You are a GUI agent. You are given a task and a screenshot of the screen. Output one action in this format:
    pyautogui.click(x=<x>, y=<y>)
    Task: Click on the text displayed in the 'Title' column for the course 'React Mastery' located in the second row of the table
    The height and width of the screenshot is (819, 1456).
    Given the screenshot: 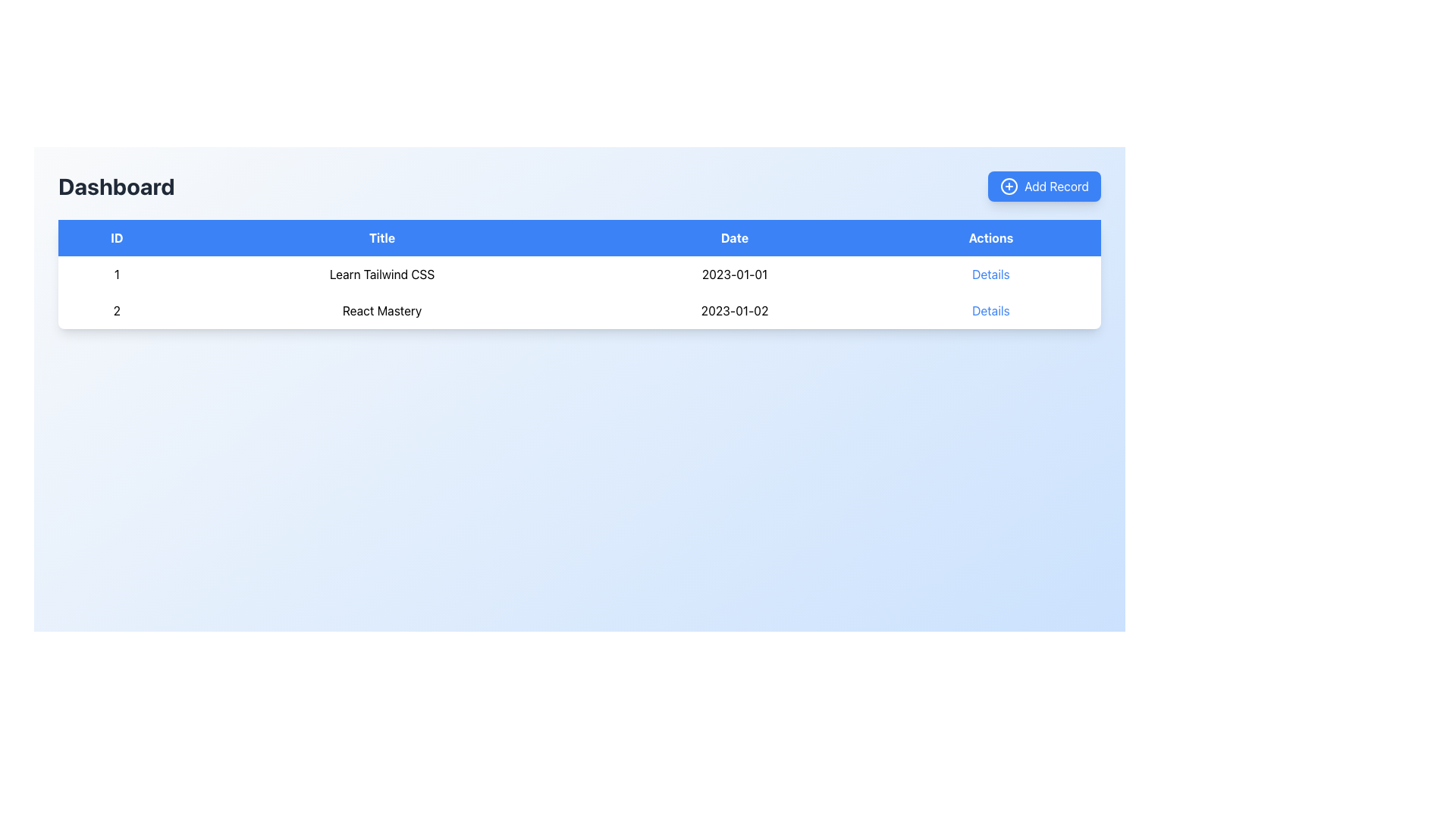 What is the action you would take?
    pyautogui.click(x=382, y=309)
    